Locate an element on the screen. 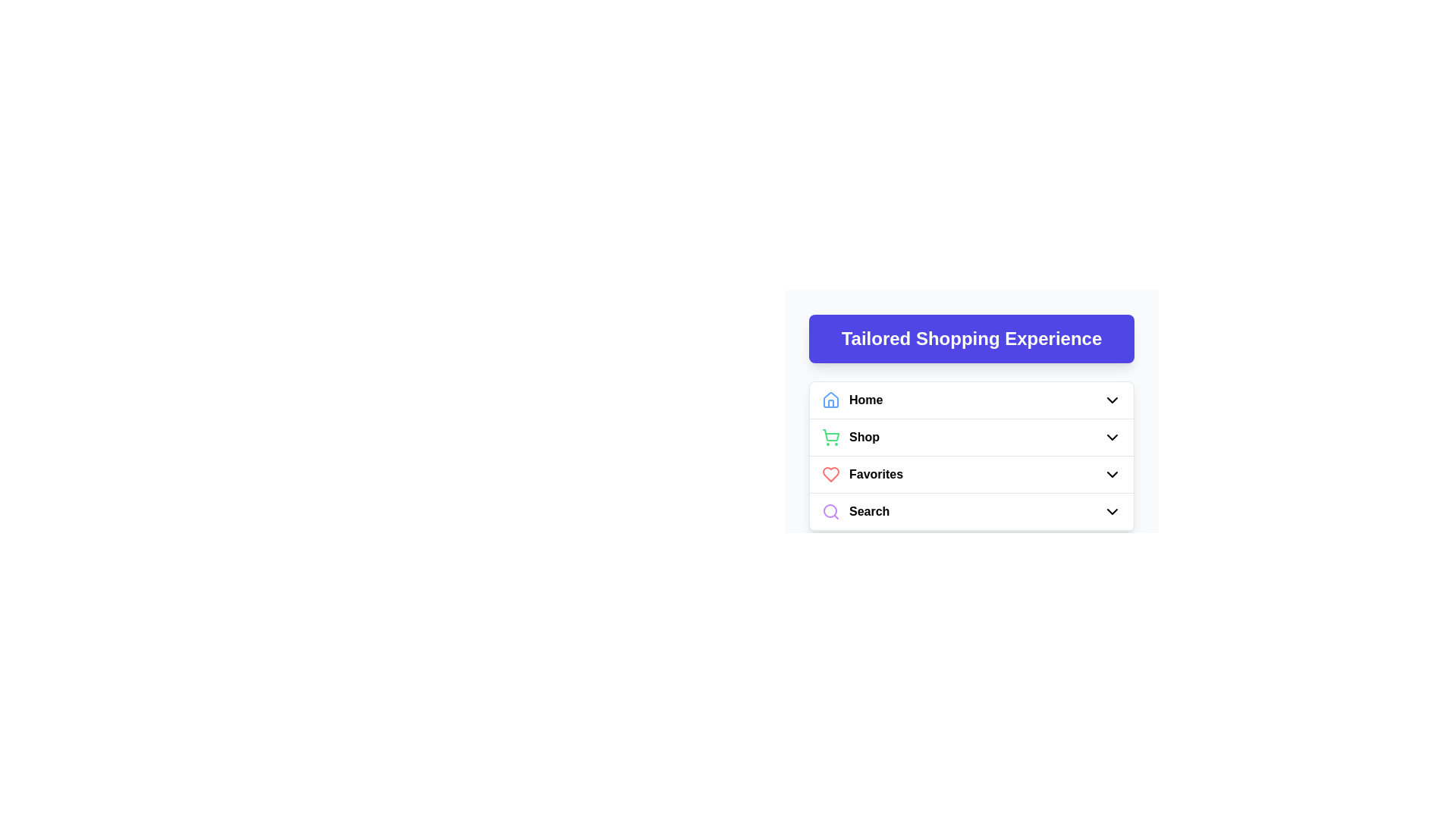 This screenshot has width=1456, height=819. the 'Favorites' text label with a heart icon, which is the third item in the vertical menu list is located at coordinates (862, 473).